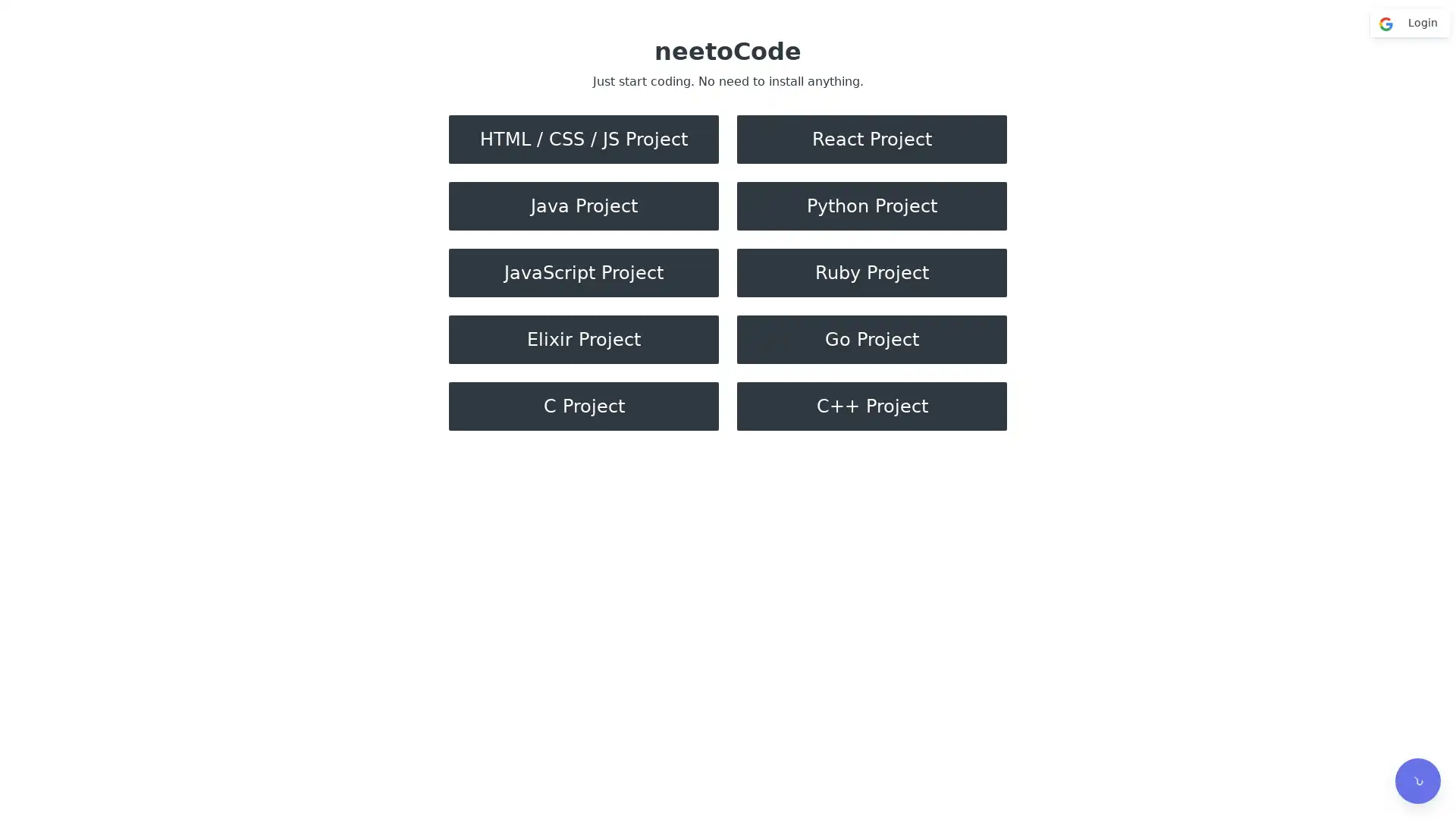  What do you see at coordinates (872, 271) in the screenshot?
I see `Ruby Project` at bounding box center [872, 271].